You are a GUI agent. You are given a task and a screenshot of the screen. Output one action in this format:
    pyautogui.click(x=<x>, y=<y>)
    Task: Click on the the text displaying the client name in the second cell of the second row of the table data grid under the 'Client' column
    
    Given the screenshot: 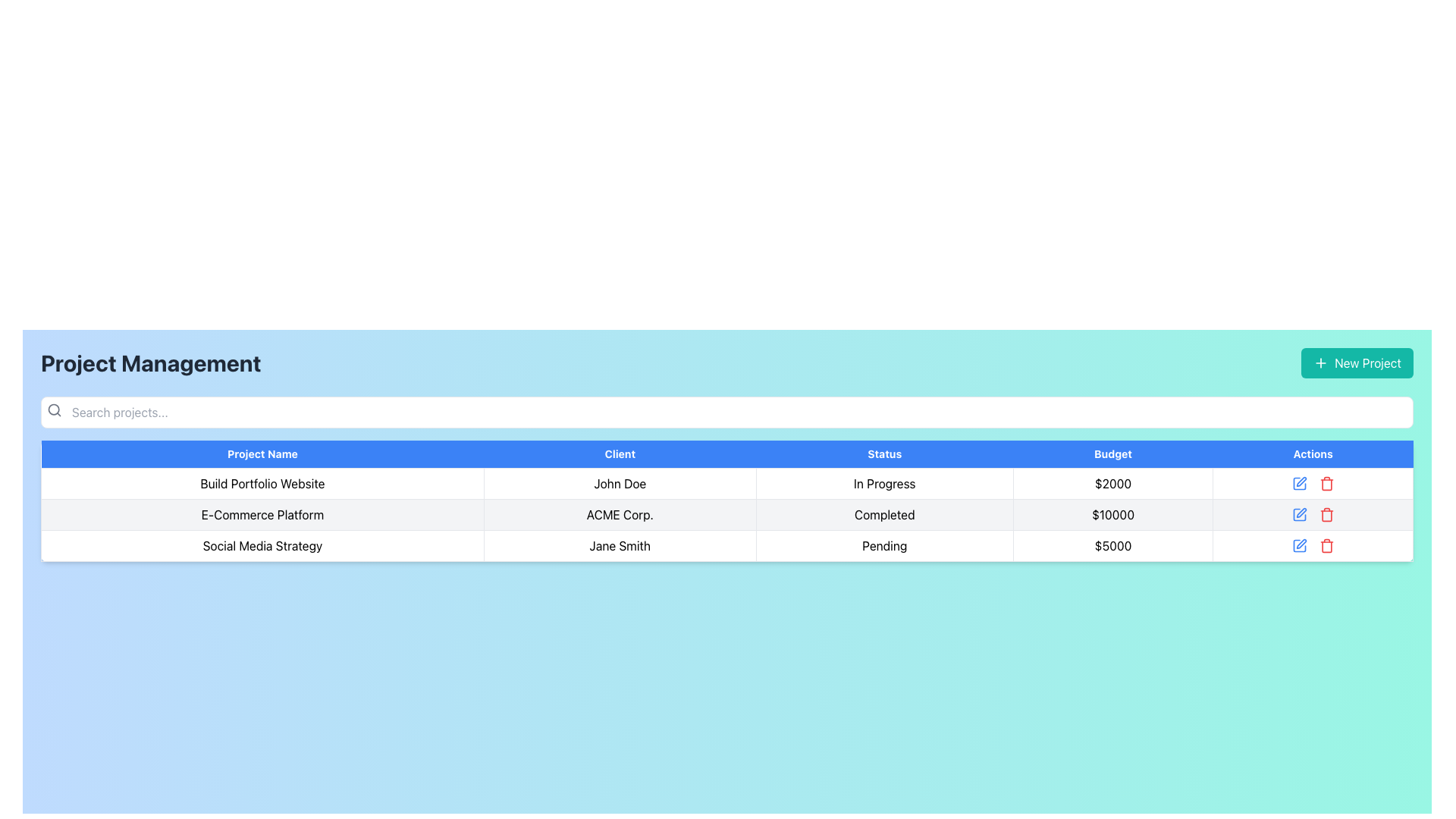 What is the action you would take?
    pyautogui.click(x=620, y=513)
    